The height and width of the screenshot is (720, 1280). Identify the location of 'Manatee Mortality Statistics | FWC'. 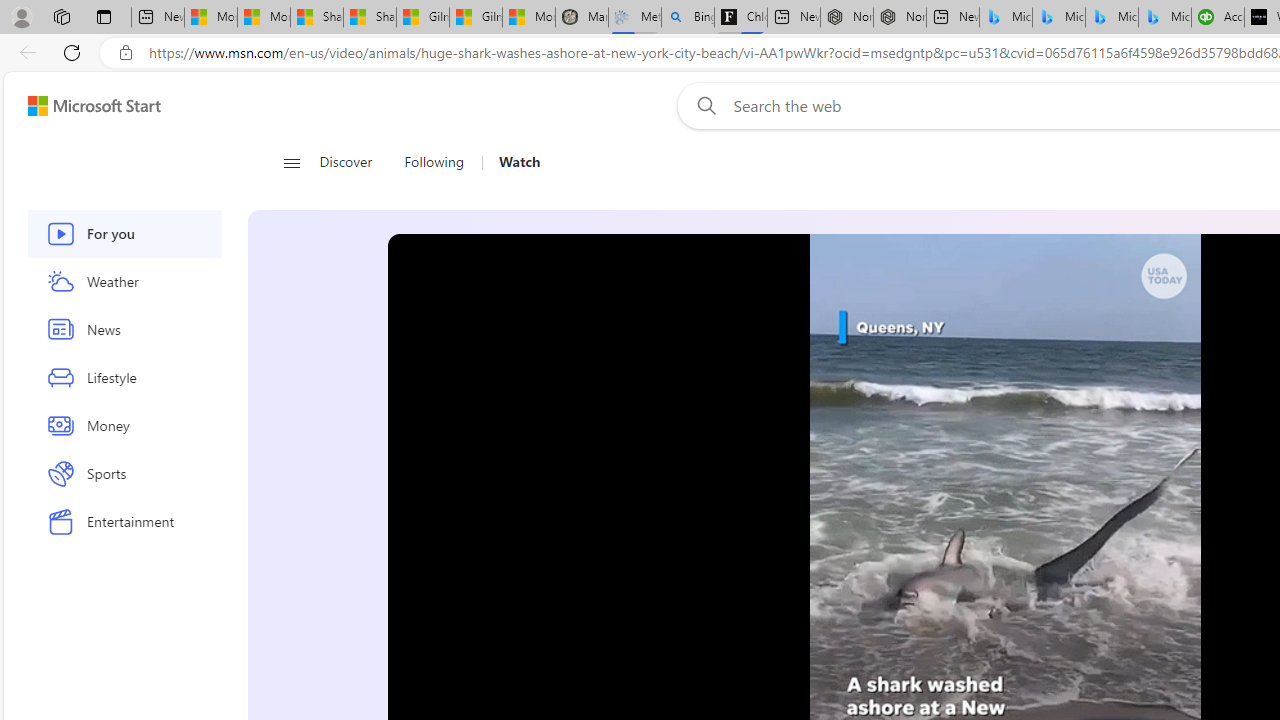
(580, 17).